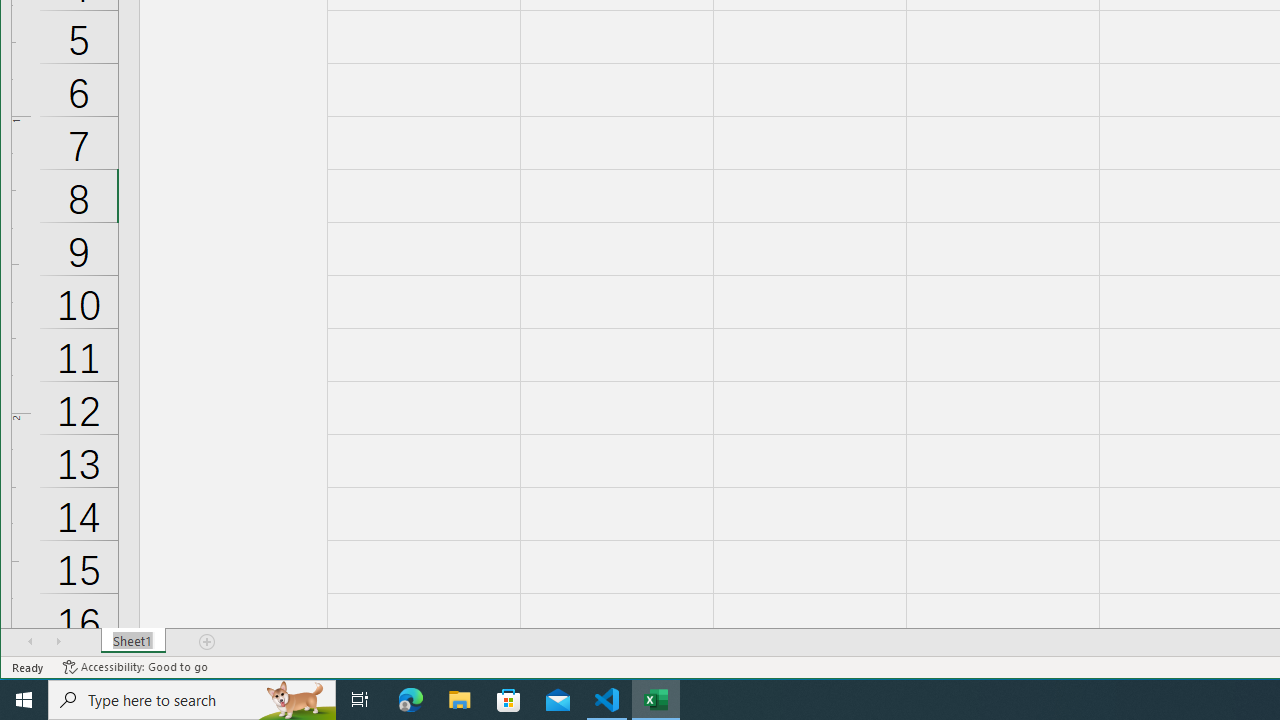 This screenshot has height=720, width=1280. I want to click on 'Start', so click(24, 698).